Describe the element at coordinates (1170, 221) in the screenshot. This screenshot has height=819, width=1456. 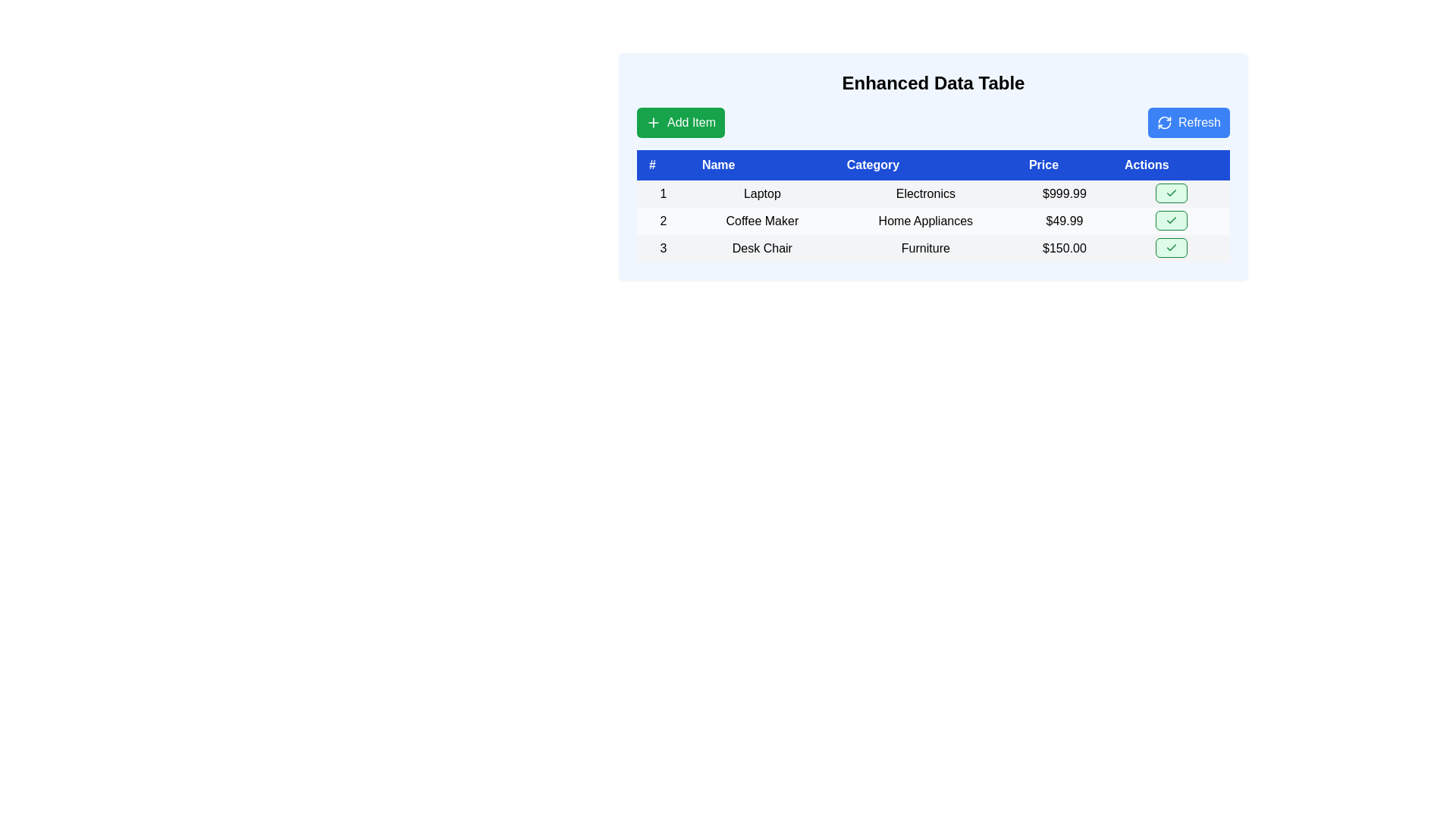
I see `the confirm button for the 'Coffee Maker' item located in the 'Actions' column of the table, which is the fifth button in its row` at that location.